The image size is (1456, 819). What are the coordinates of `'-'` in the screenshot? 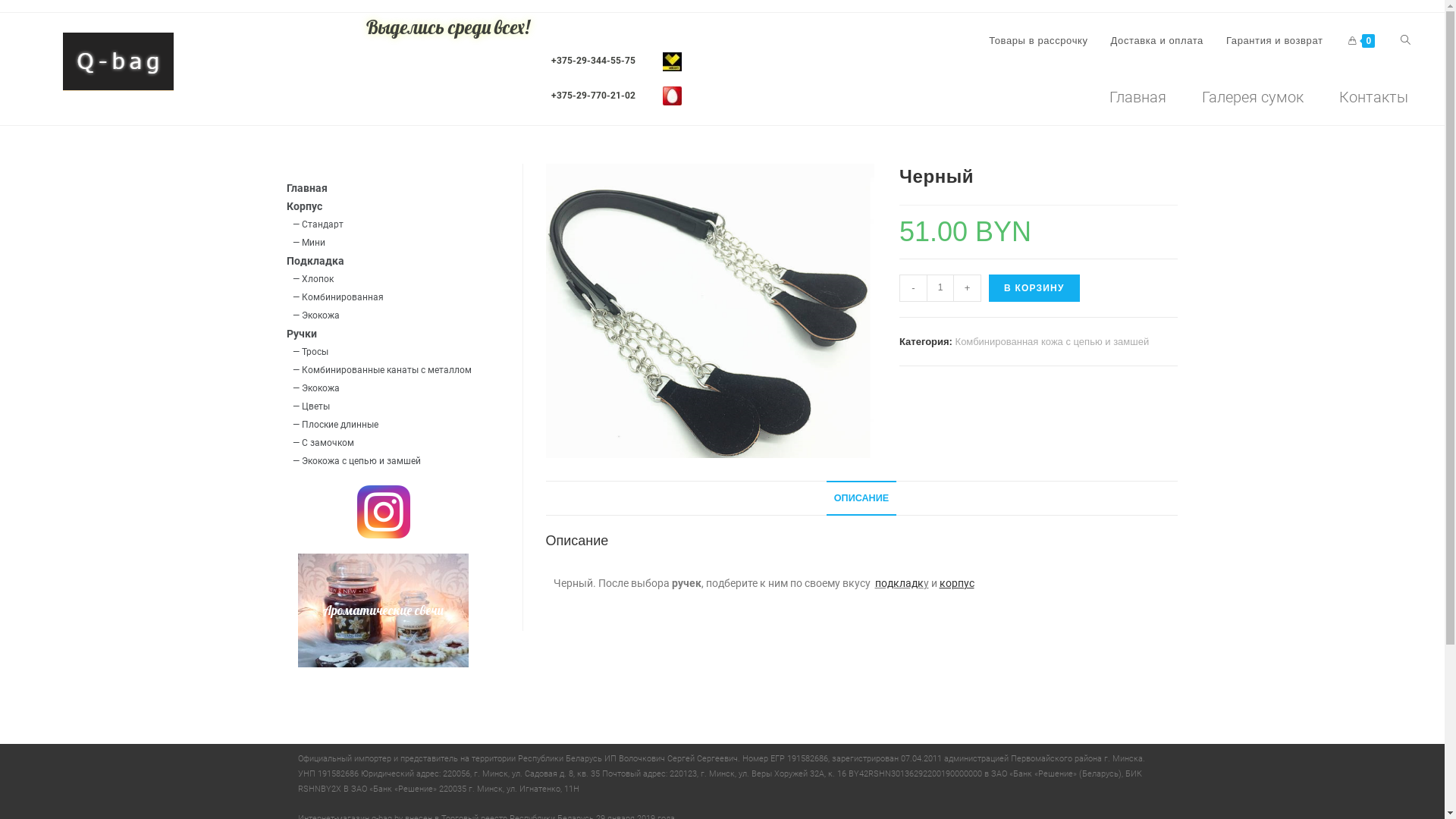 It's located at (899, 288).